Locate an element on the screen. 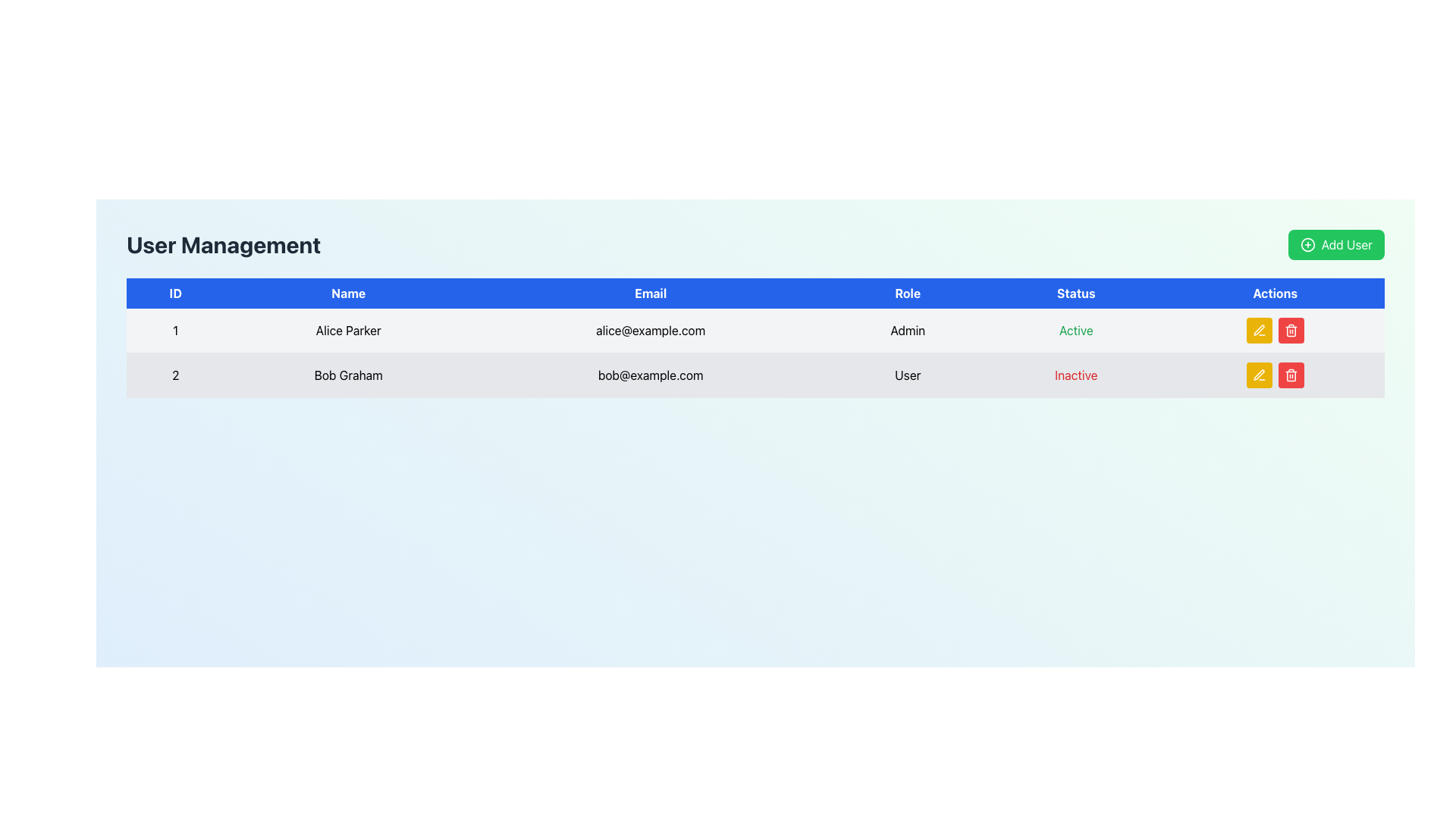  the red button with a trash icon in the actions column of the user 'Bob Graham' in the 'User Management' table is located at coordinates (1274, 375).